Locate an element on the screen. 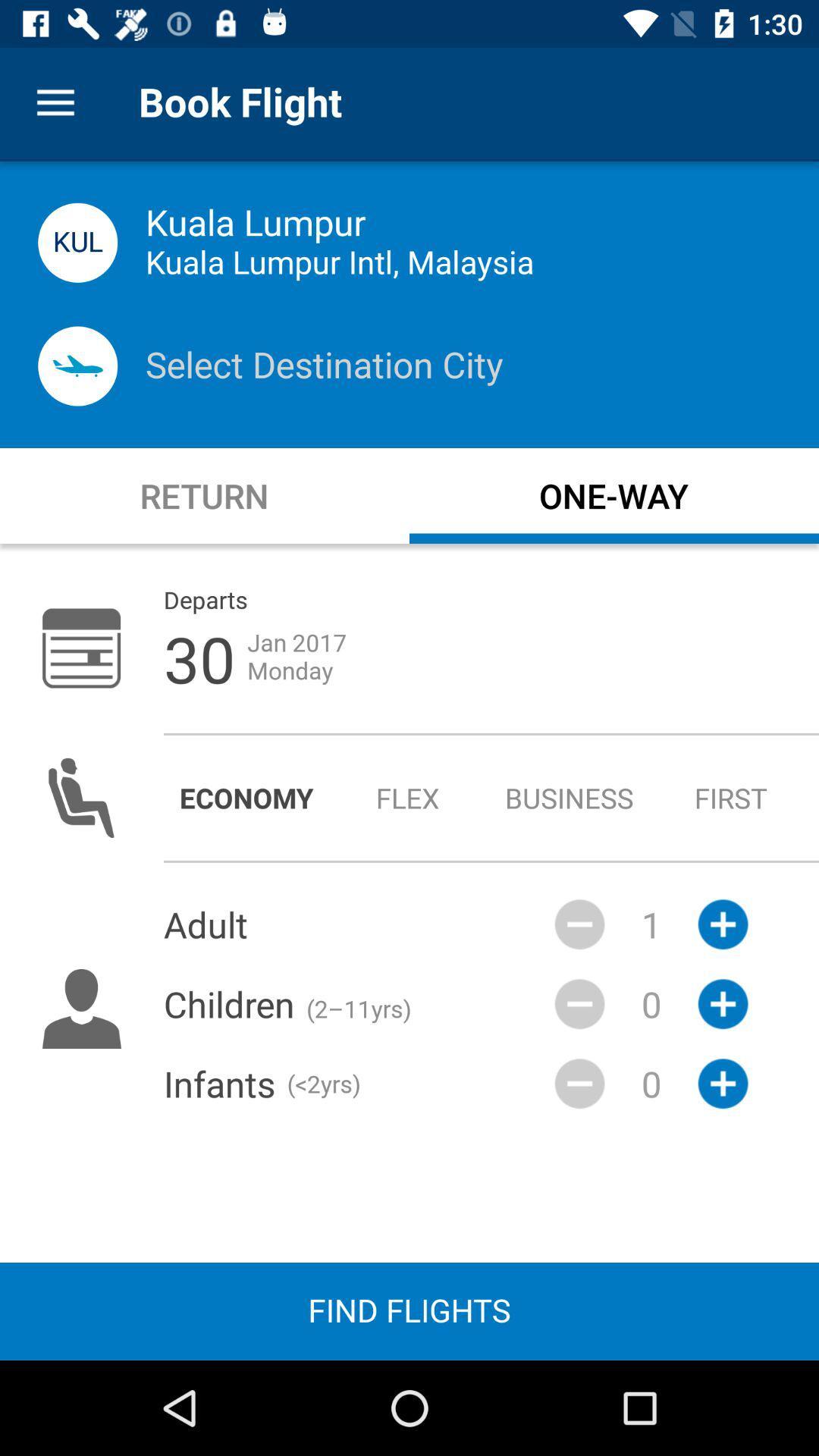 This screenshot has width=819, height=1456. the minus icon beside infants text is located at coordinates (579, 1083).